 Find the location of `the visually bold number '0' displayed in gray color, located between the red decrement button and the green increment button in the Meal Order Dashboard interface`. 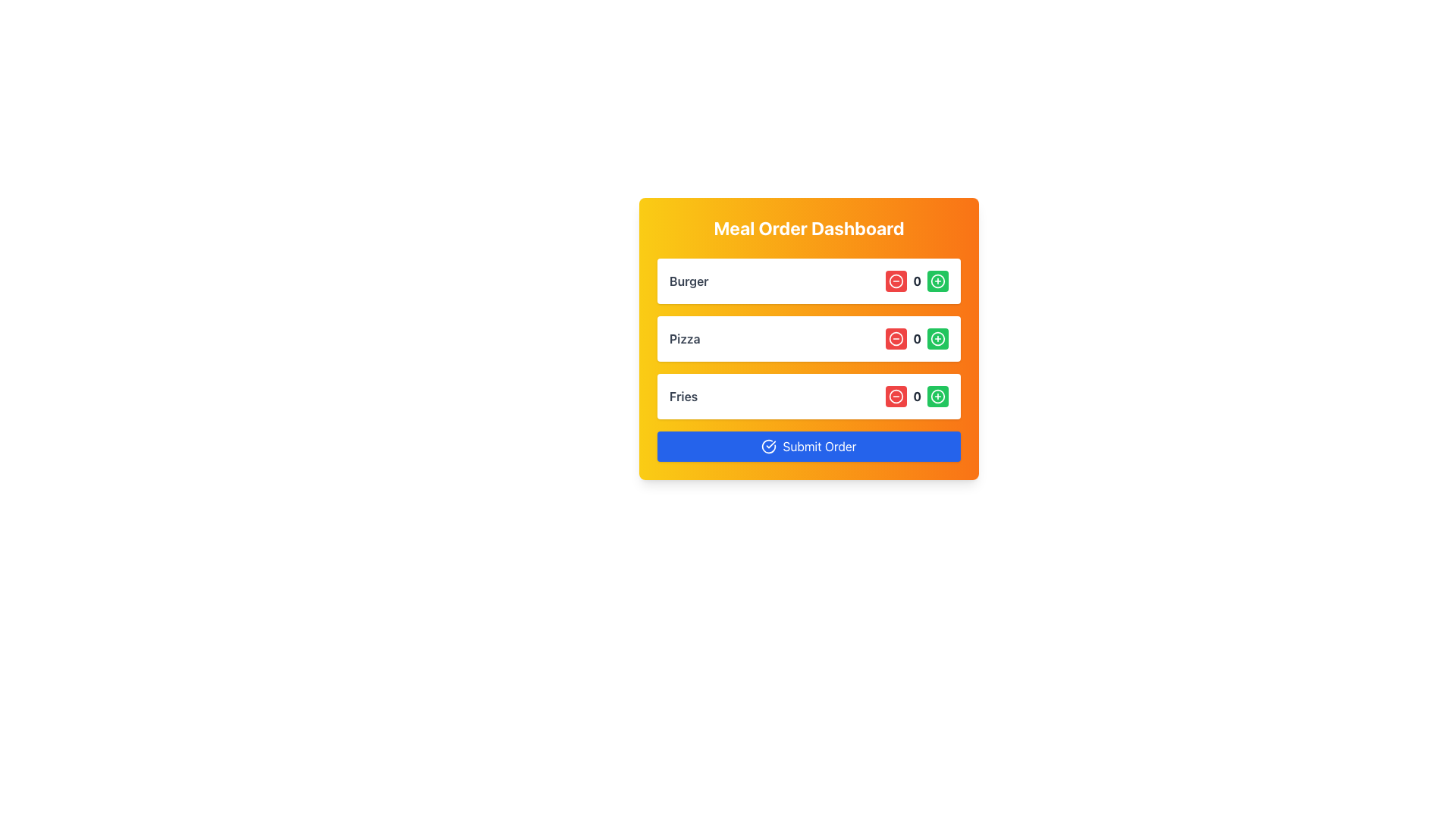

the visually bold number '0' displayed in gray color, located between the red decrement button and the green increment button in the Meal Order Dashboard interface is located at coordinates (916, 396).